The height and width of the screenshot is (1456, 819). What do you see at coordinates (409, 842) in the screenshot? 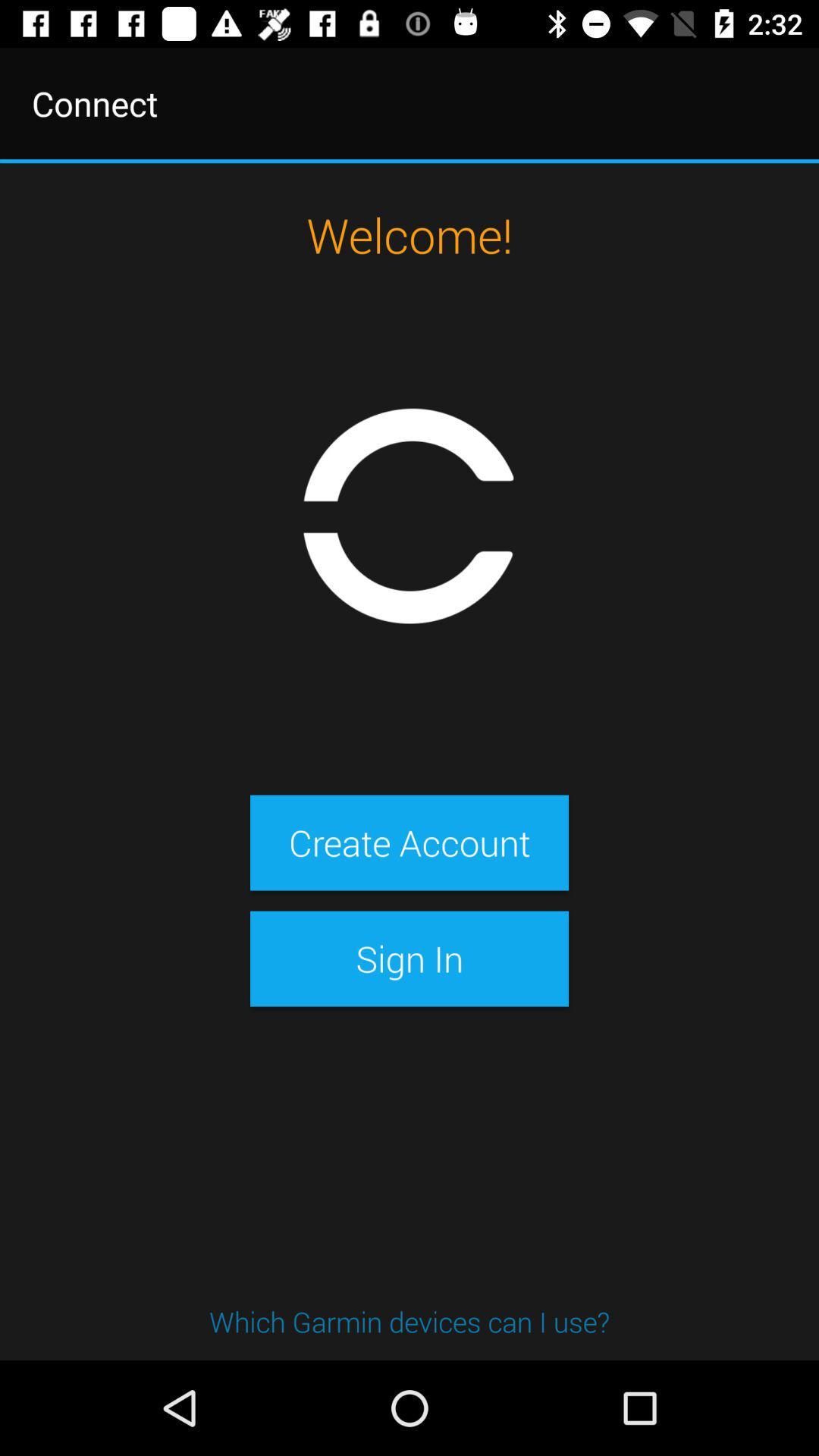
I see `create account` at bounding box center [409, 842].